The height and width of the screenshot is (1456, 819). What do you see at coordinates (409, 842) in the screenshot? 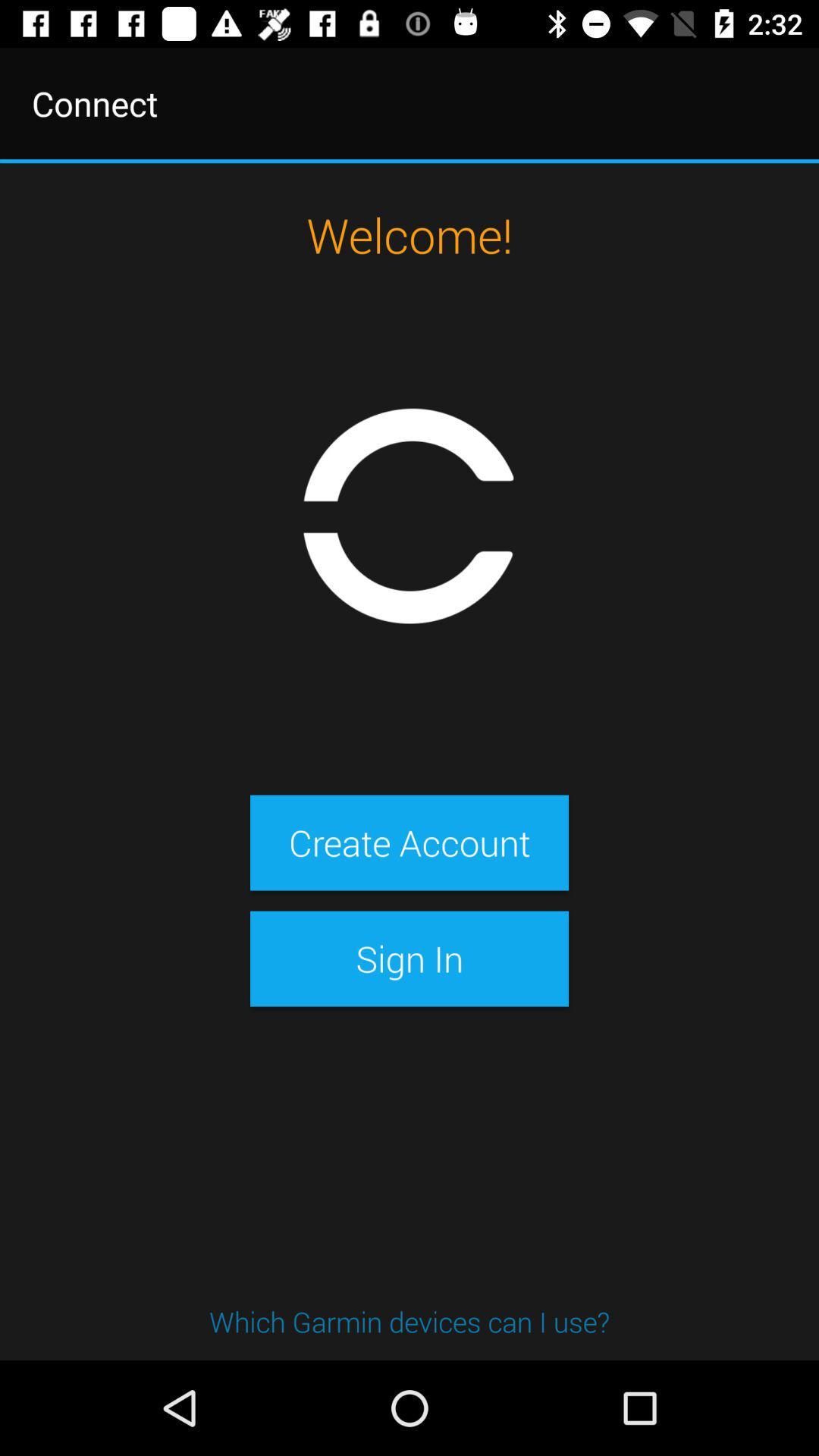
I see `create account` at bounding box center [409, 842].